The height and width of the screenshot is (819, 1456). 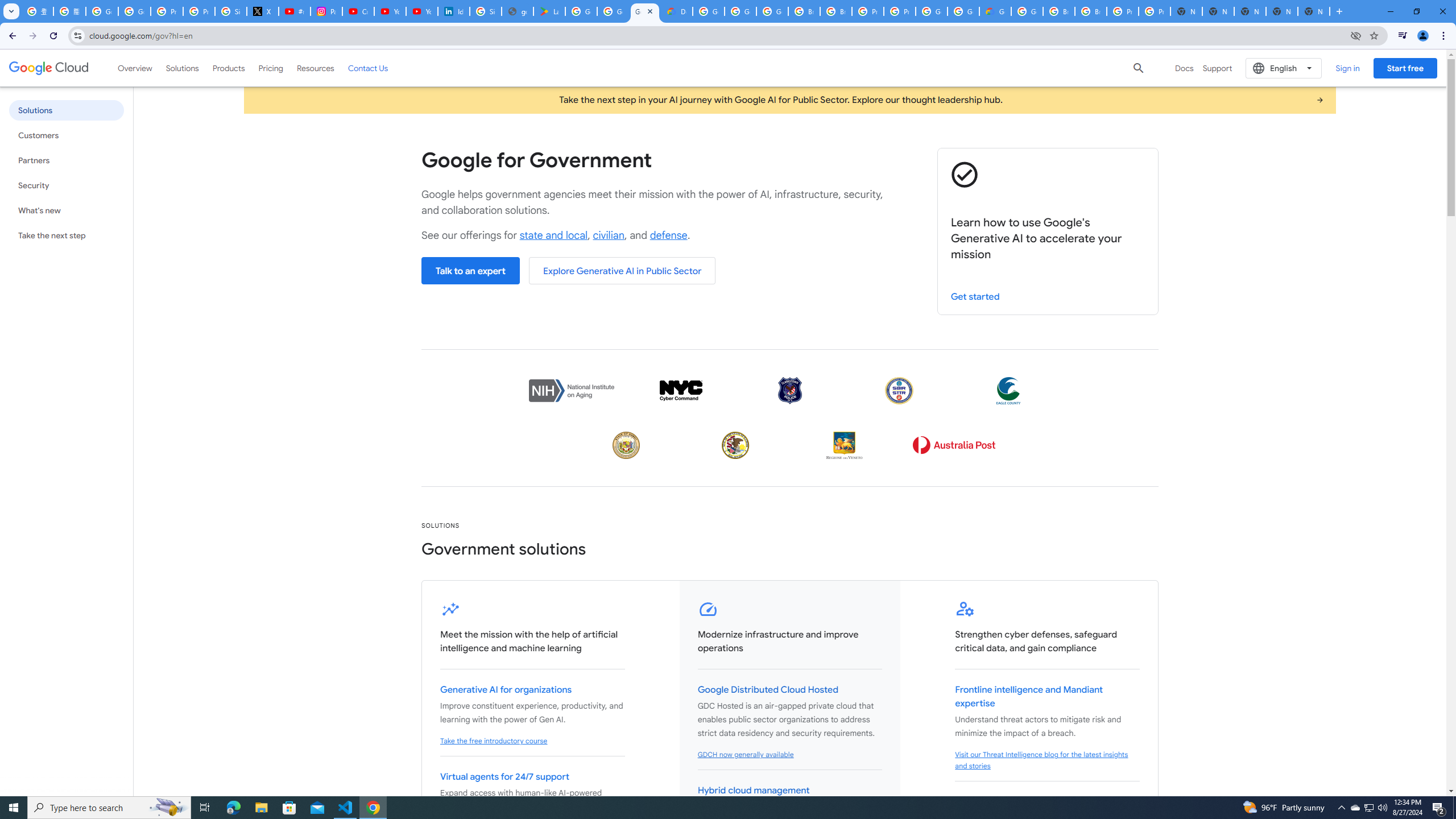 What do you see at coordinates (1029, 697) in the screenshot?
I see `'Frontline intelligence and Mandiant expertise'` at bounding box center [1029, 697].